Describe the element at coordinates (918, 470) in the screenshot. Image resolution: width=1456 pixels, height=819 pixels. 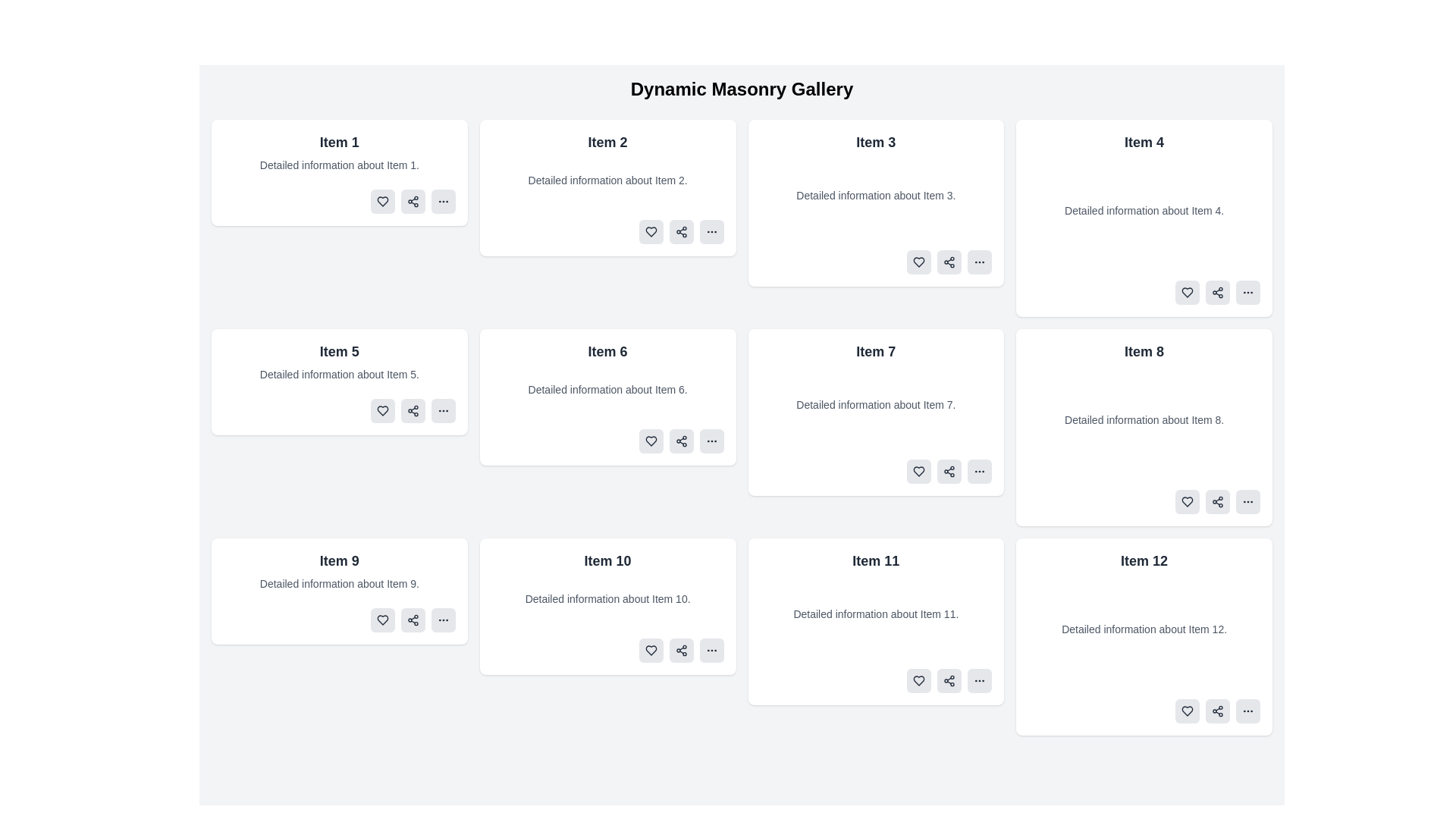
I see `the 'like' icon button located at the bottom-right corner of the card labeled 'Item 7'` at that location.